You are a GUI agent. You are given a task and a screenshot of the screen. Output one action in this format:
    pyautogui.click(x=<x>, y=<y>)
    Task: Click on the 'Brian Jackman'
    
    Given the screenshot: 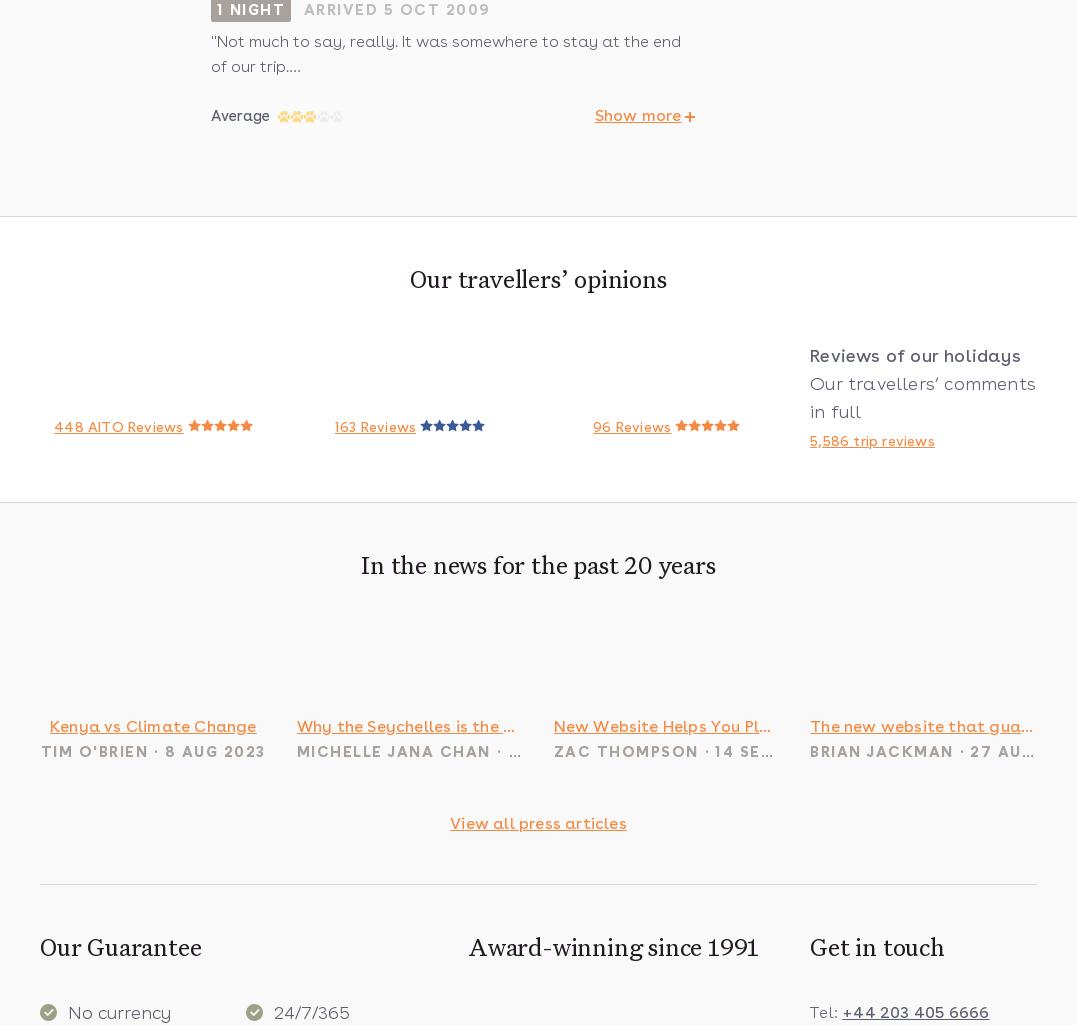 What is the action you would take?
    pyautogui.click(x=881, y=751)
    